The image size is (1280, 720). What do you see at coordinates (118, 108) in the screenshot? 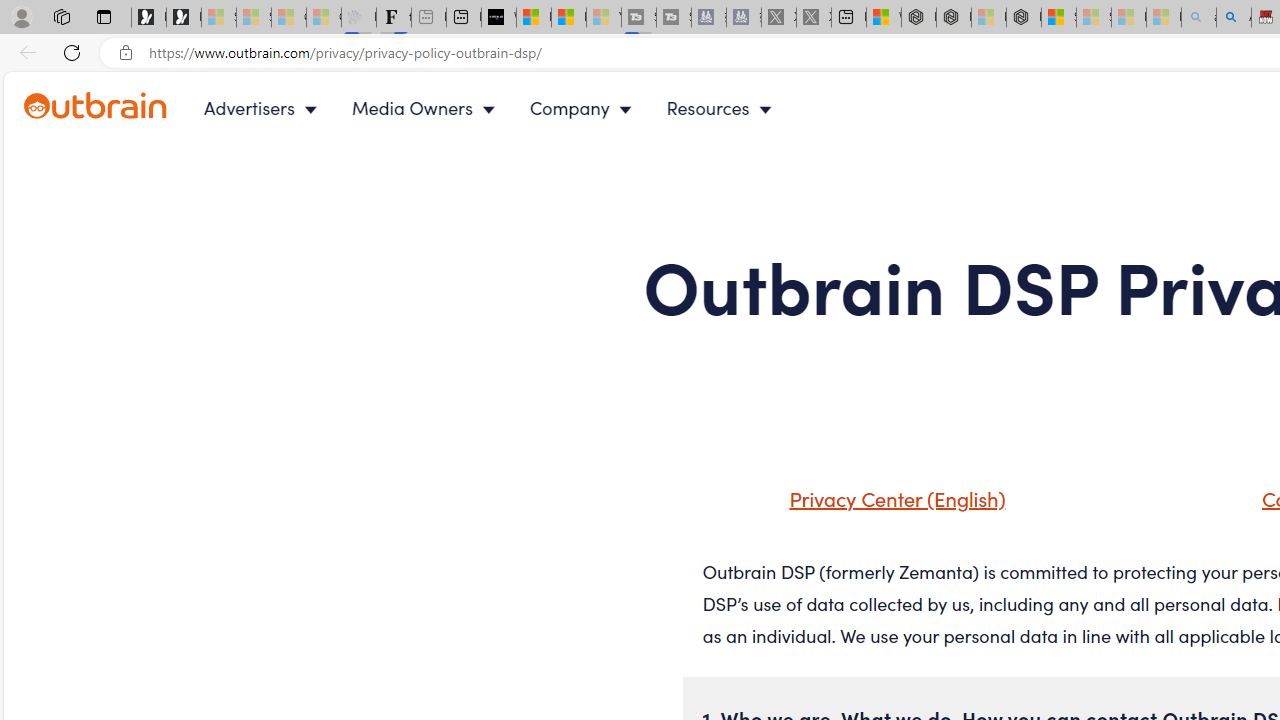
I see `'Outbrain logo - link to homepage'` at bounding box center [118, 108].